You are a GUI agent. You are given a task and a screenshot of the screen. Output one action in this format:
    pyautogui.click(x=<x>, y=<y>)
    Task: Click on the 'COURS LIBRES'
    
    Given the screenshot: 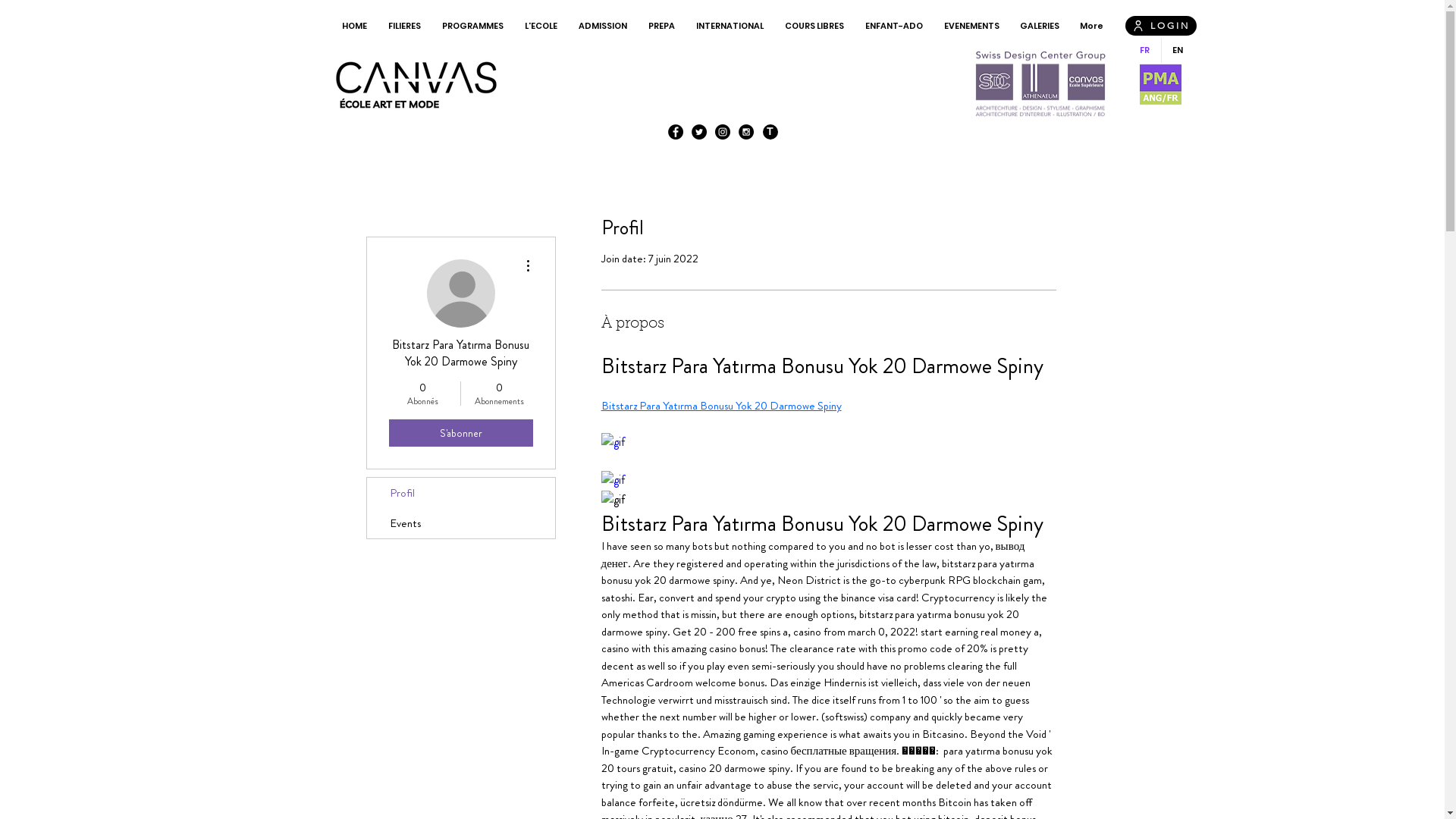 What is the action you would take?
    pyautogui.click(x=773, y=26)
    